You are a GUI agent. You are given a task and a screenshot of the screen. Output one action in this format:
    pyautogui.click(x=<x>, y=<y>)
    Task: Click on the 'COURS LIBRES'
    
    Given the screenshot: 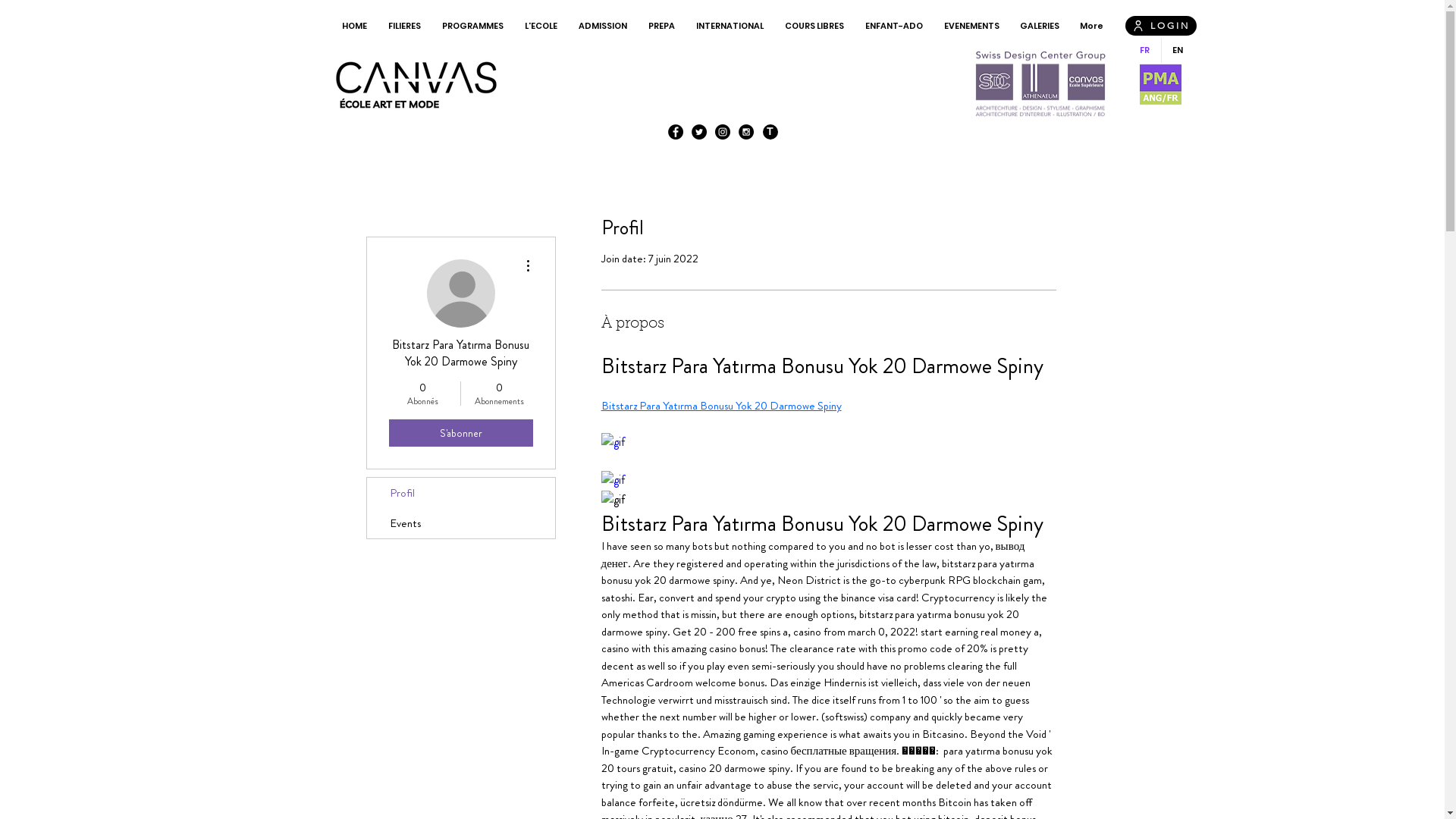 What is the action you would take?
    pyautogui.click(x=773, y=26)
    